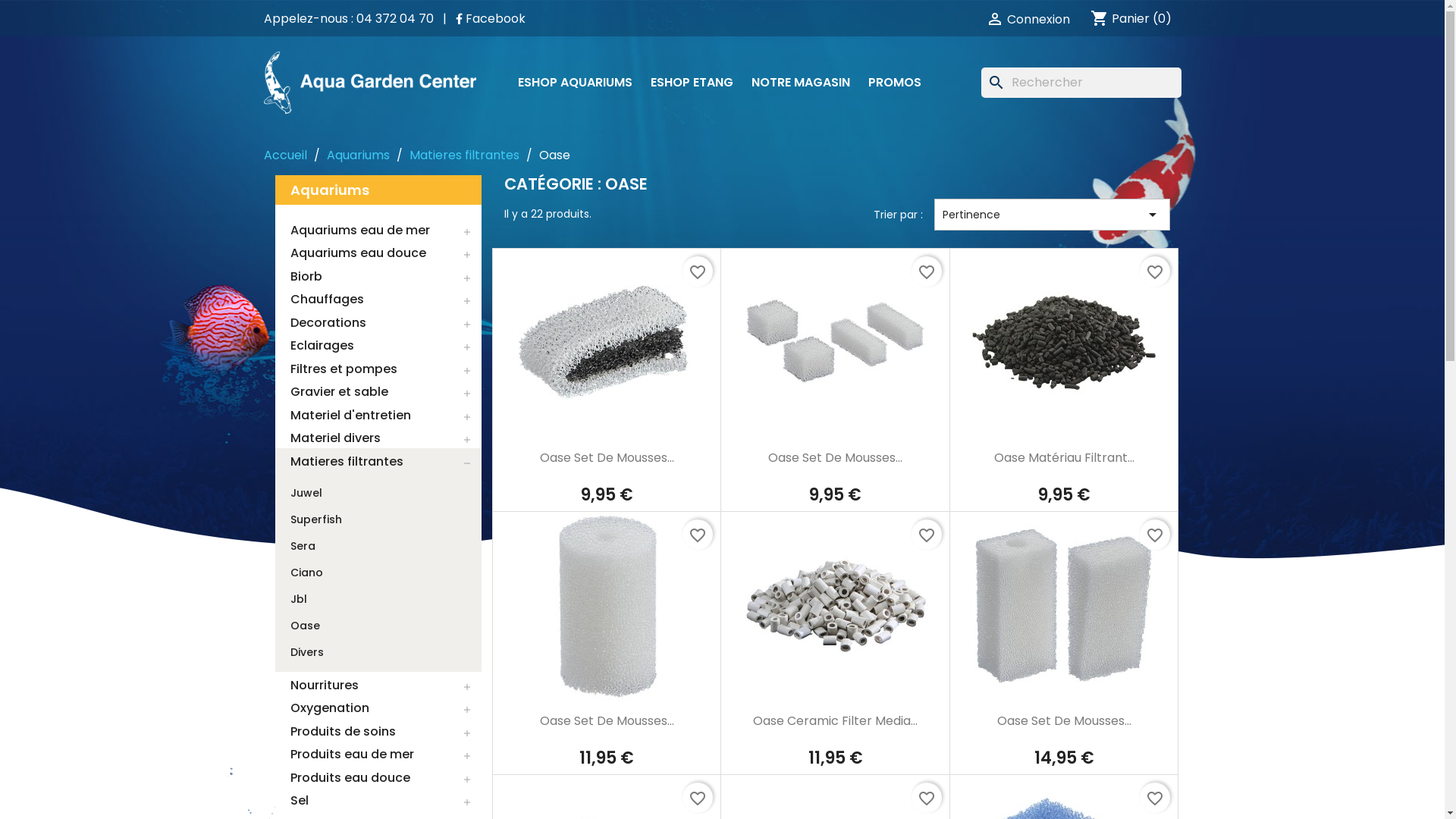 This screenshot has width=1456, height=819. I want to click on 'Facebook', so click(490, 18).